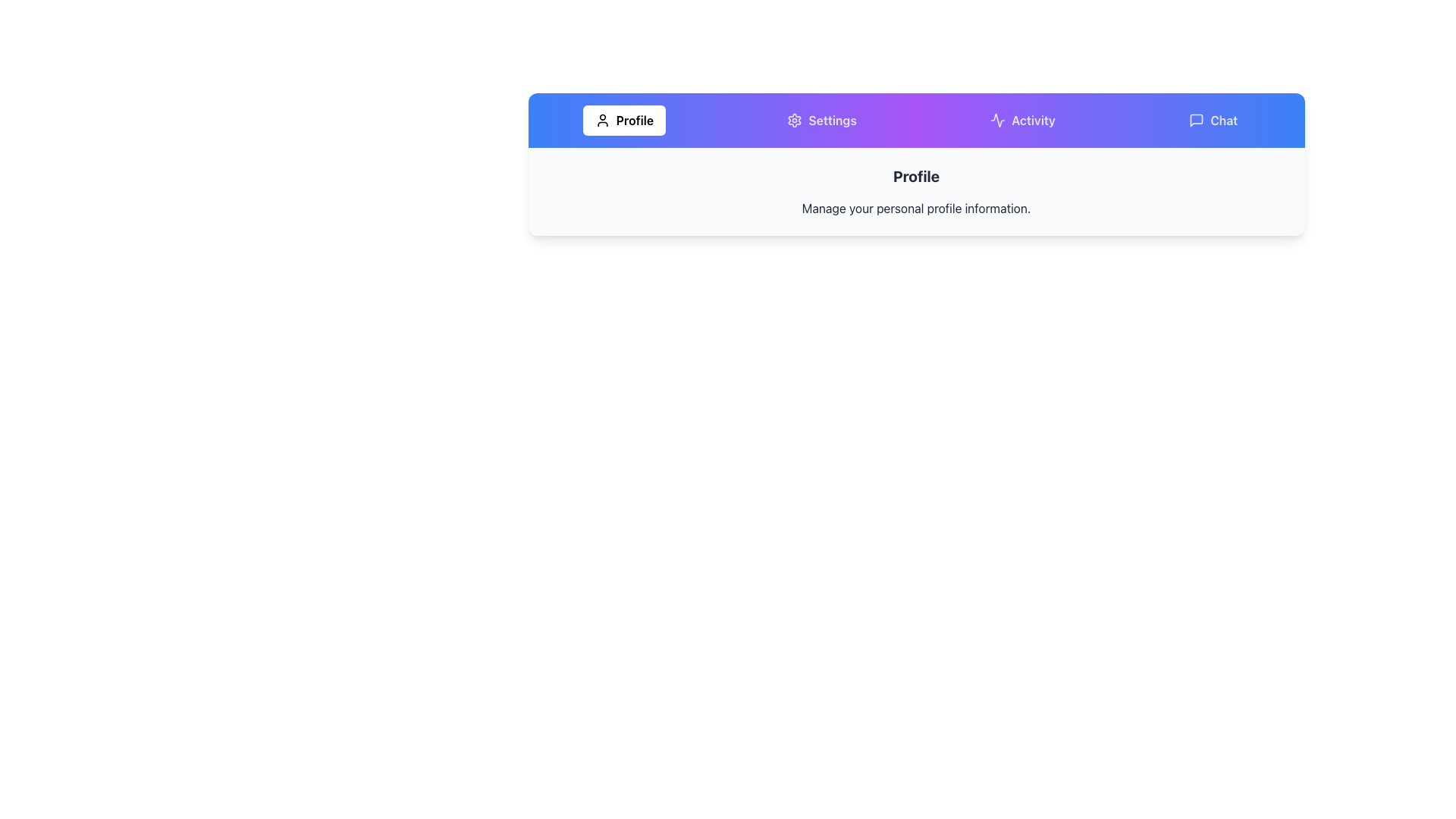 This screenshot has height=819, width=1456. Describe the element at coordinates (998, 119) in the screenshot. I see `the 'Activity' icon in the navigation bar, which is the third icon from the left` at that location.